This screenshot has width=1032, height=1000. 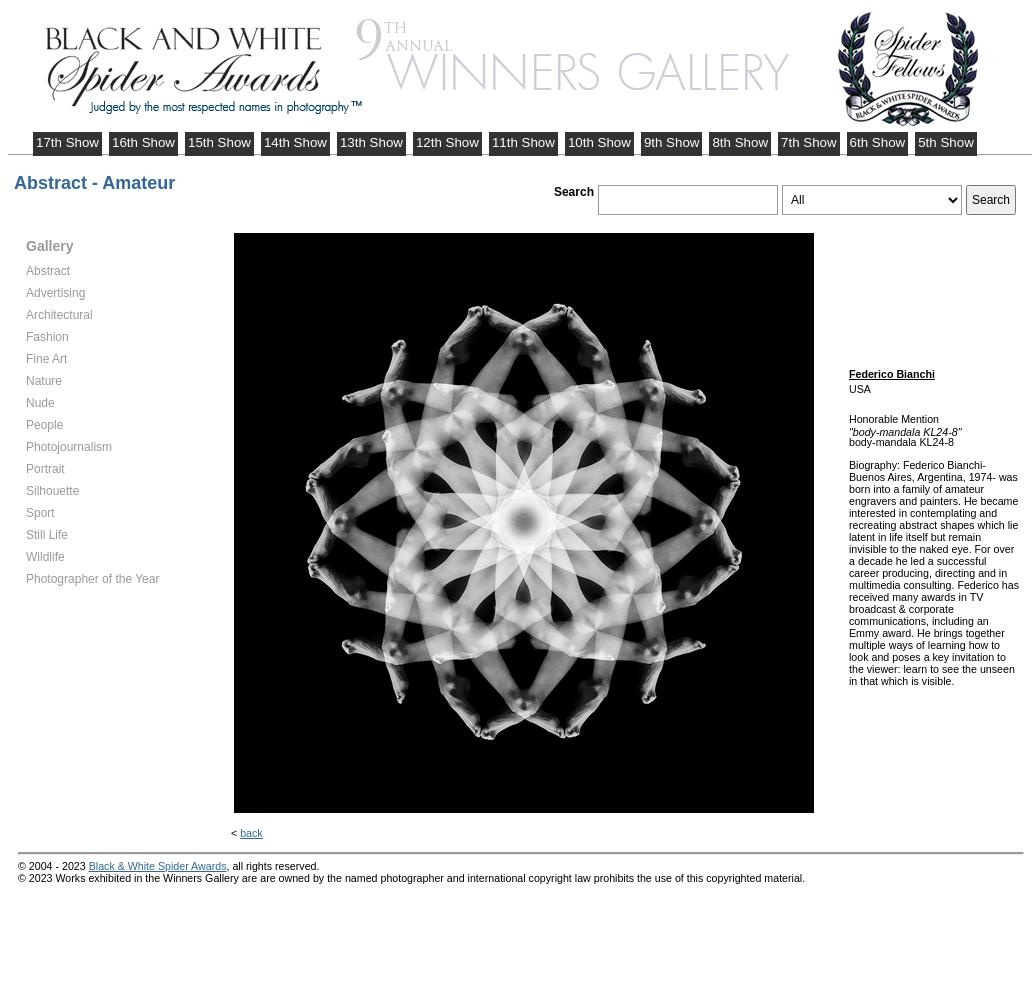 I want to click on '6th Show', so click(x=849, y=142).